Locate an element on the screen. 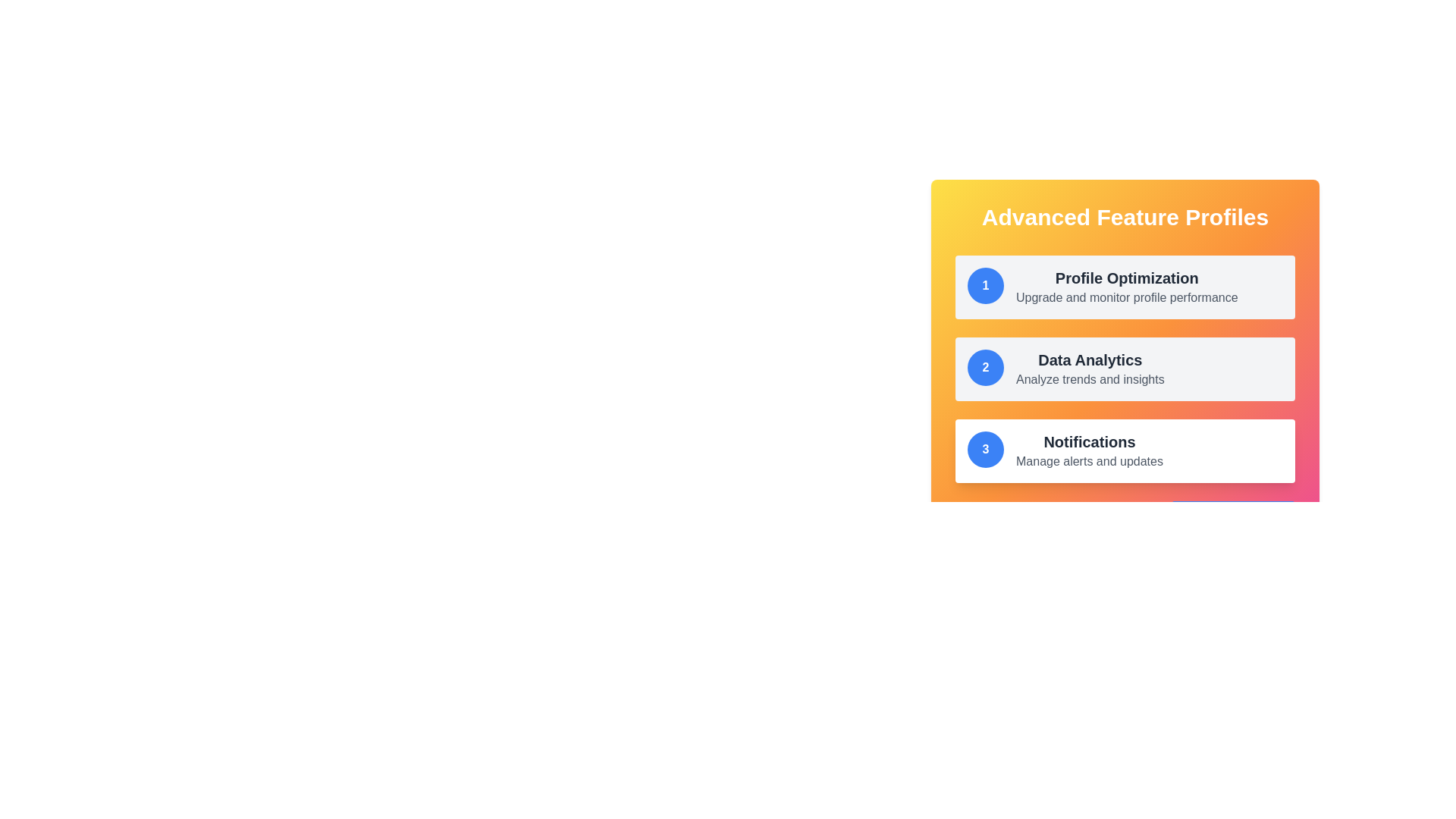 This screenshot has width=1456, height=819. the 'Profile Optimization' card in the 'Advanced Feature Profiles' section, which is the first card in the list is located at coordinates (1125, 287).